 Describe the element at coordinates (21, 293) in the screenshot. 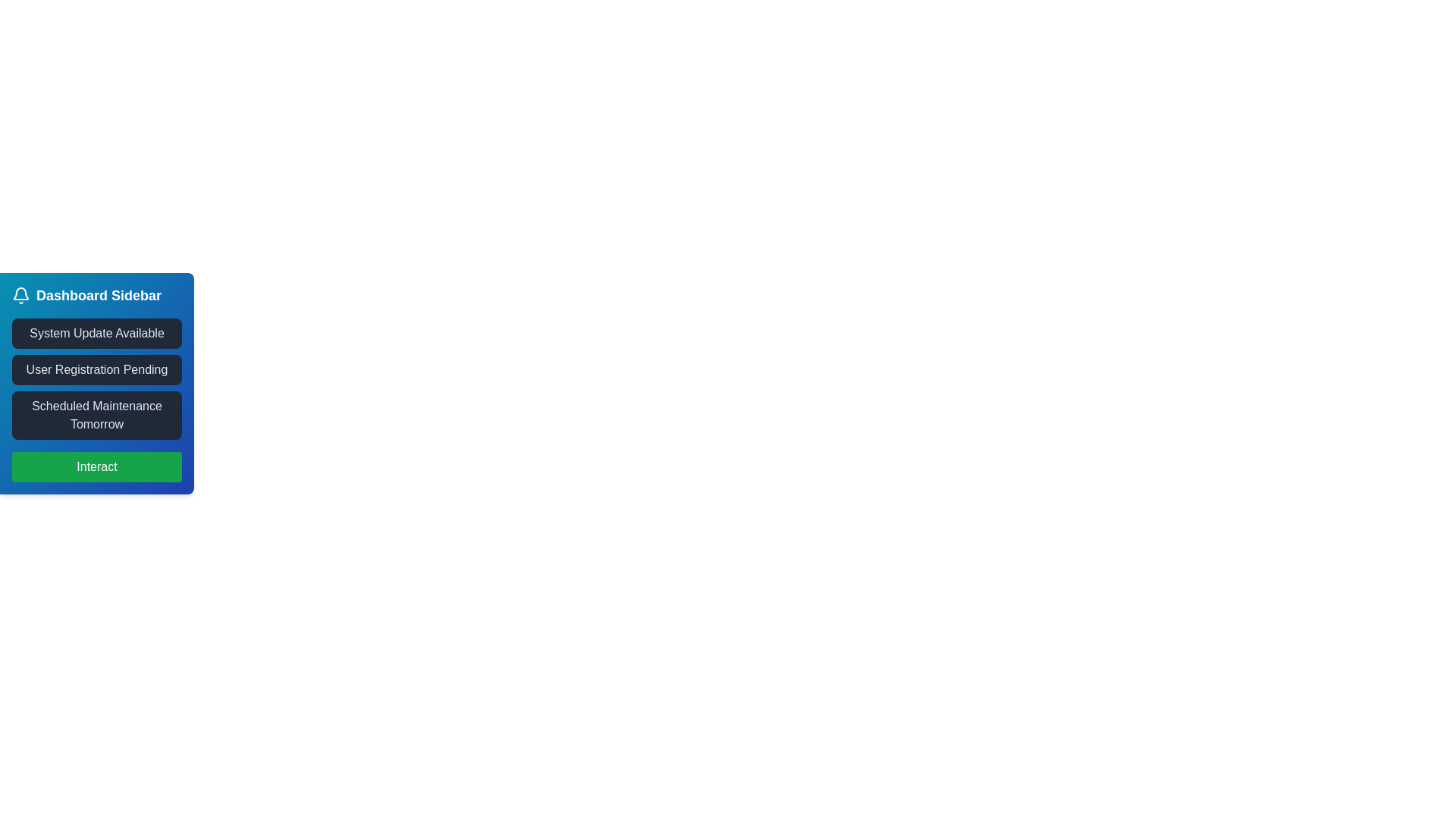

I see `the notification icon located in the top-left corner of the Dashboard Sidebar, which suggests checking for new notifications or important messages` at that location.